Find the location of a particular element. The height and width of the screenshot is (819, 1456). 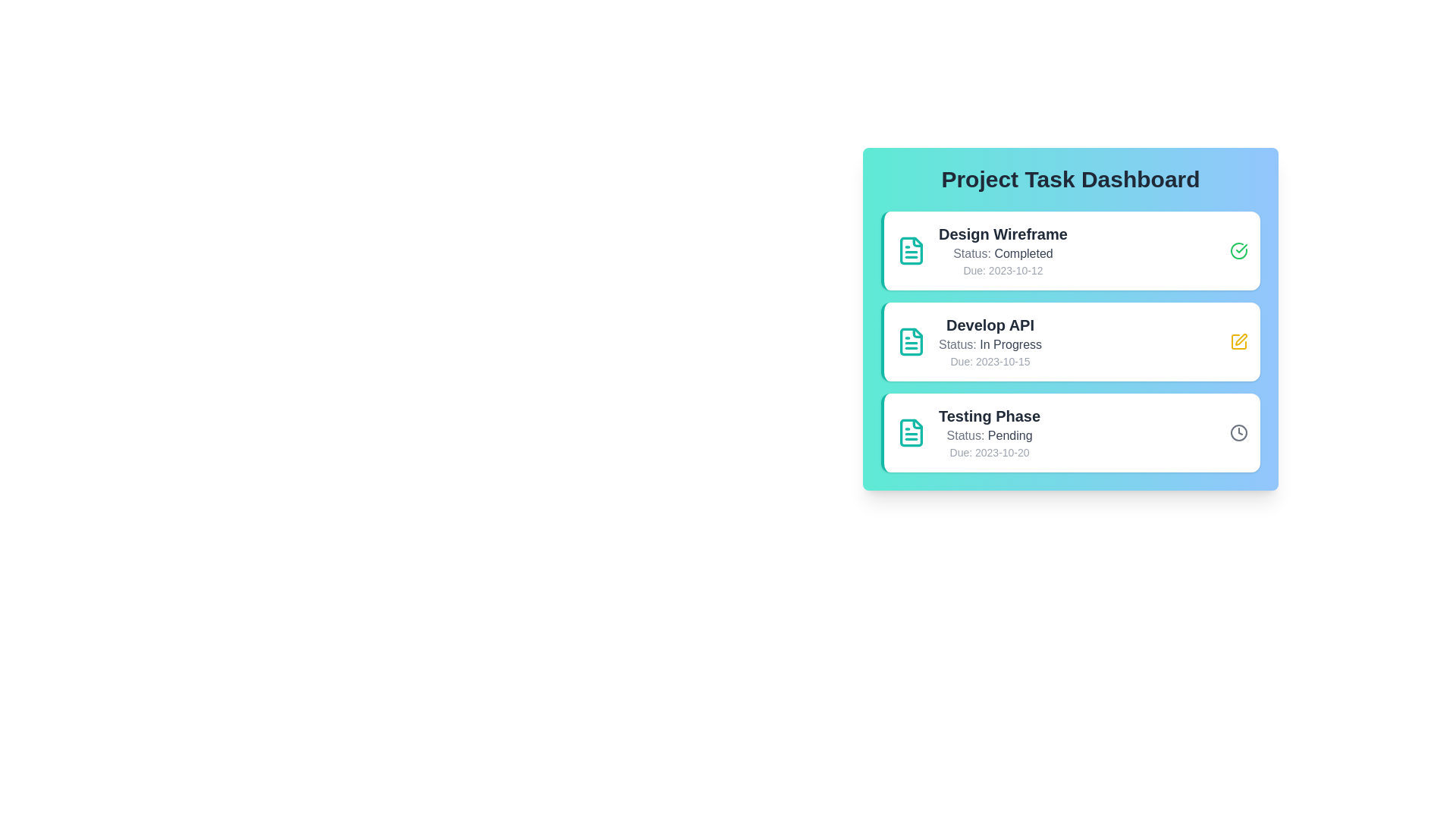

the task card for Design Wireframe to access detailed task information is located at coordinates (1069, 250).